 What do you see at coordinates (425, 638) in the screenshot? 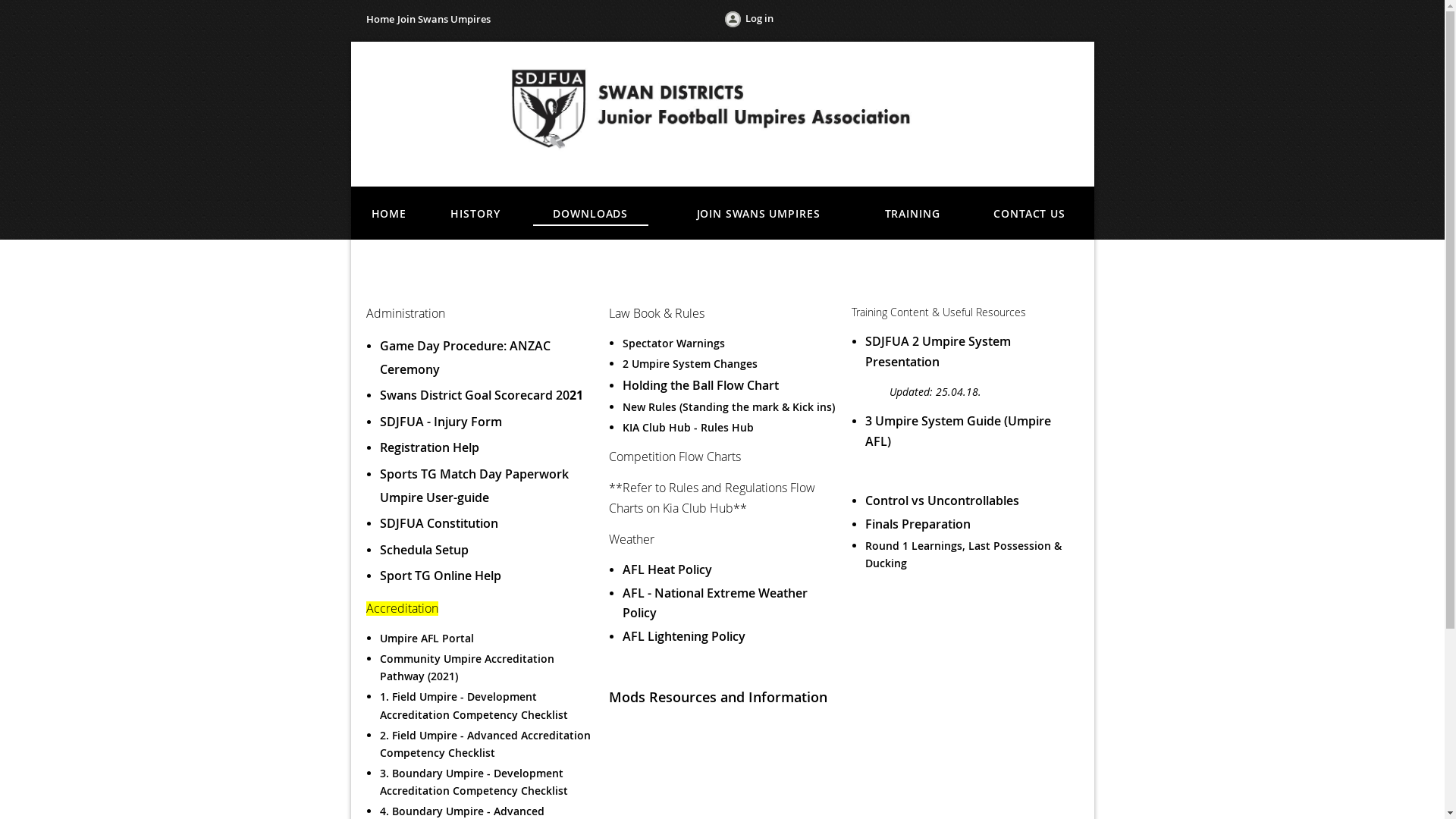
I see `'Umpire AFL Portal'` at bounding box center [425, 638].